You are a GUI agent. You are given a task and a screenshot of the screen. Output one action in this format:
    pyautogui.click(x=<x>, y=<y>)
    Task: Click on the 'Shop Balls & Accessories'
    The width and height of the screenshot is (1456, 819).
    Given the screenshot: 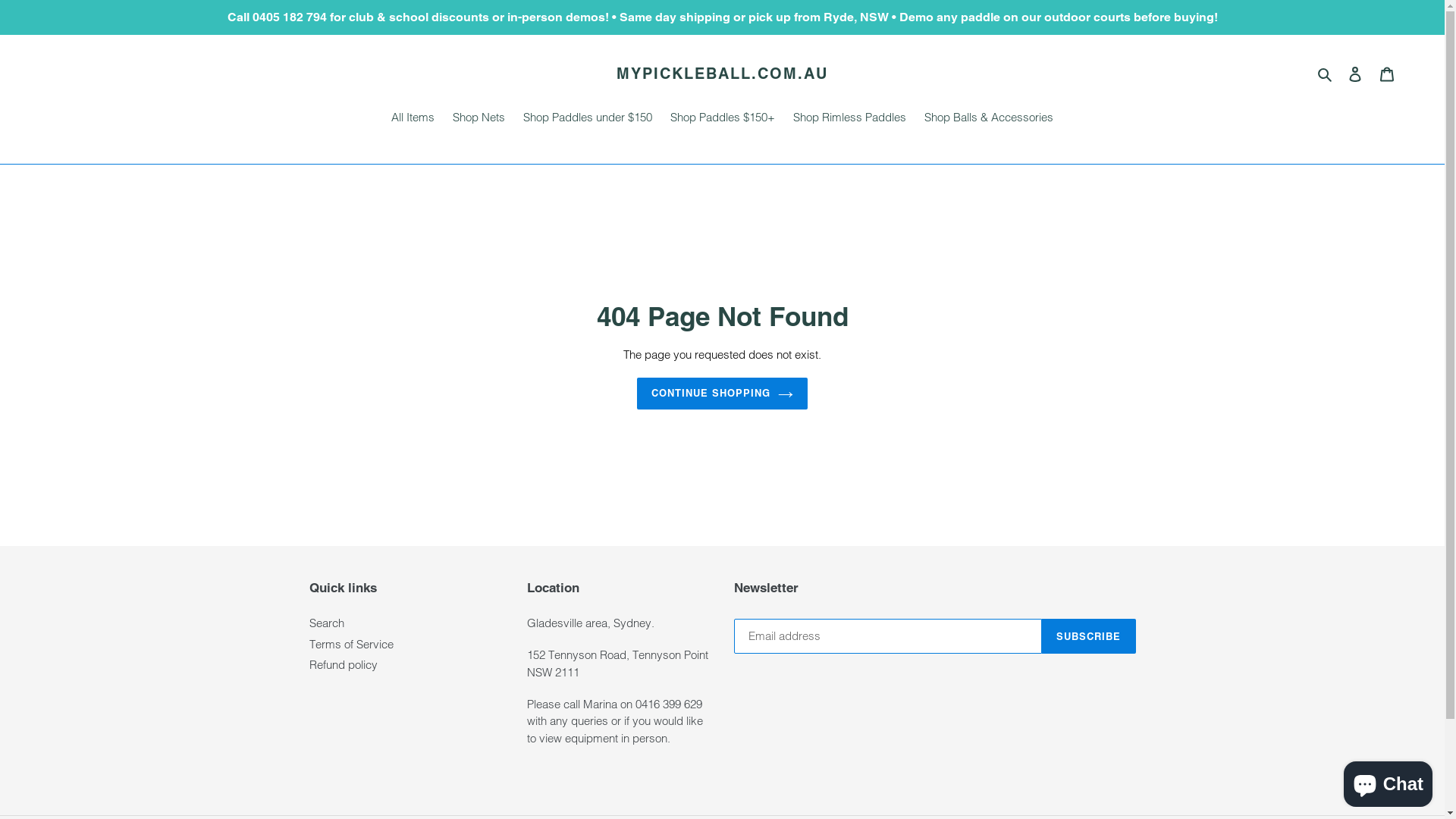 What is the action you would take?
    pyautogui.click(x=989, y=118)
    